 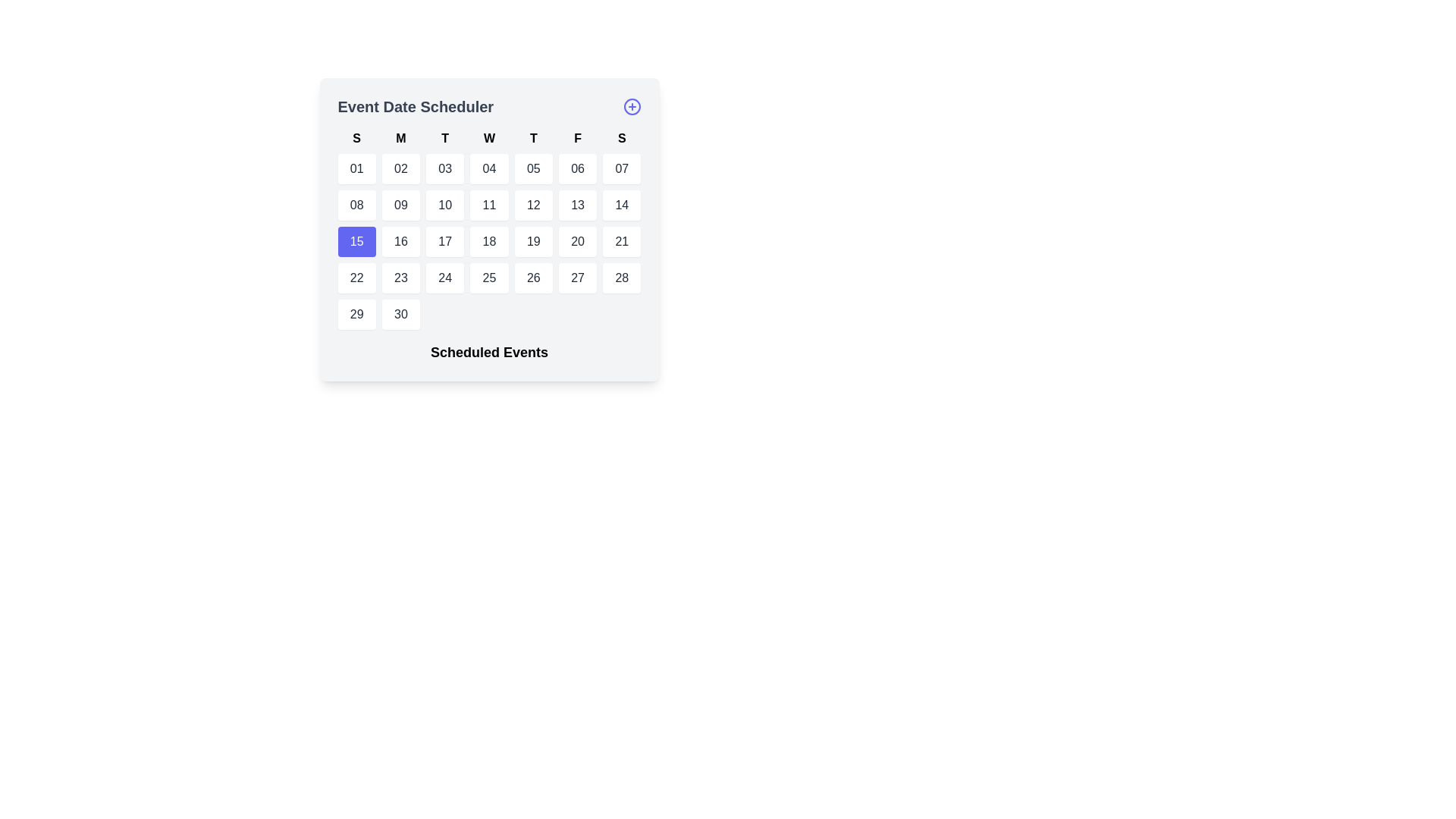 What do you see at coordinates (577, 241) in the screenshot?
I see `the selectable day button for the 20th in the calendar interface` at bounding box center [577, 241].